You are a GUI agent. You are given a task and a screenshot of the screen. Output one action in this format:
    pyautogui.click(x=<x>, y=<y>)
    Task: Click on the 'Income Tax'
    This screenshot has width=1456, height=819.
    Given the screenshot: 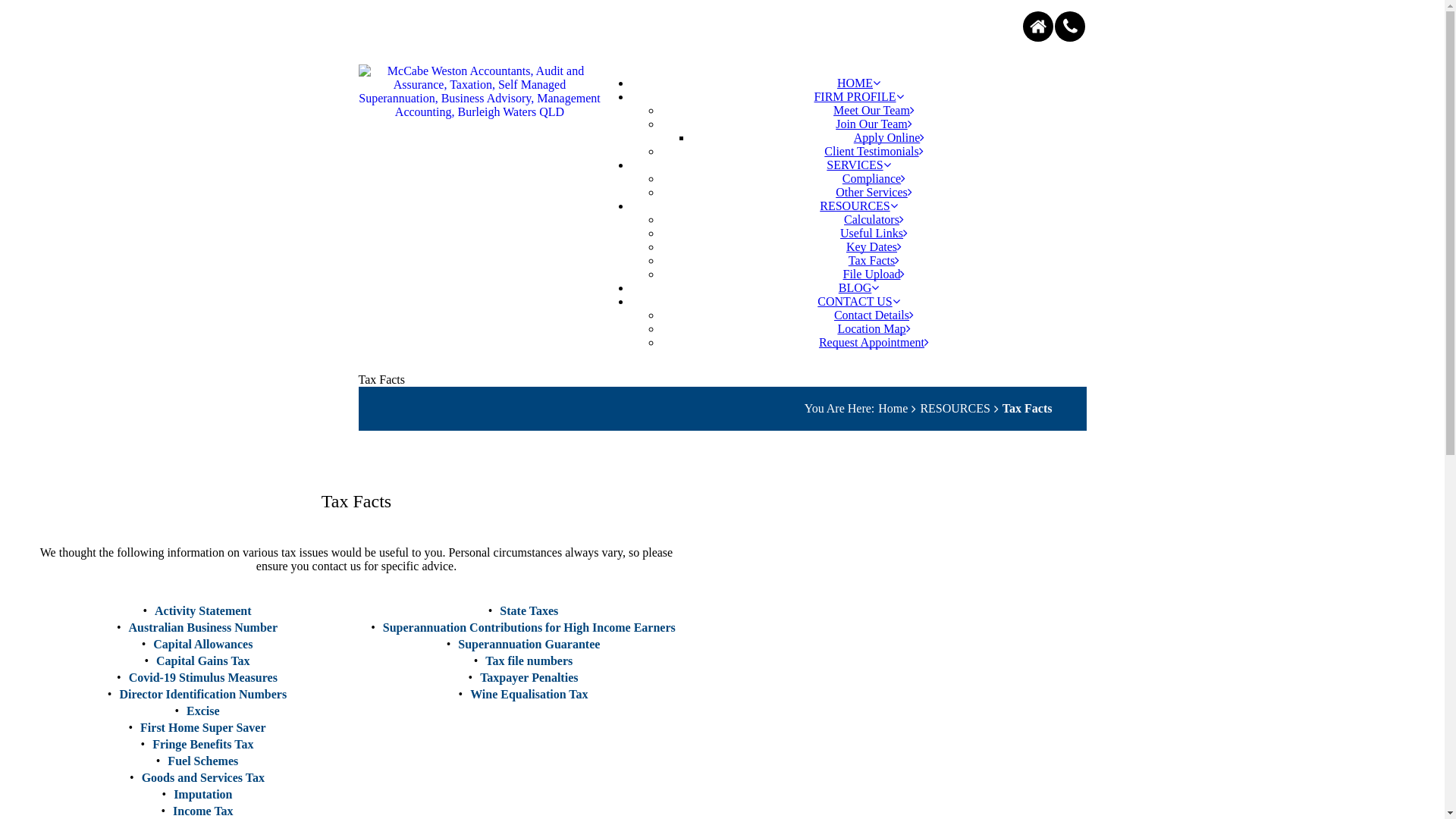 What is the action you would take?
    pyautogui.click(x=202, y=810)
    